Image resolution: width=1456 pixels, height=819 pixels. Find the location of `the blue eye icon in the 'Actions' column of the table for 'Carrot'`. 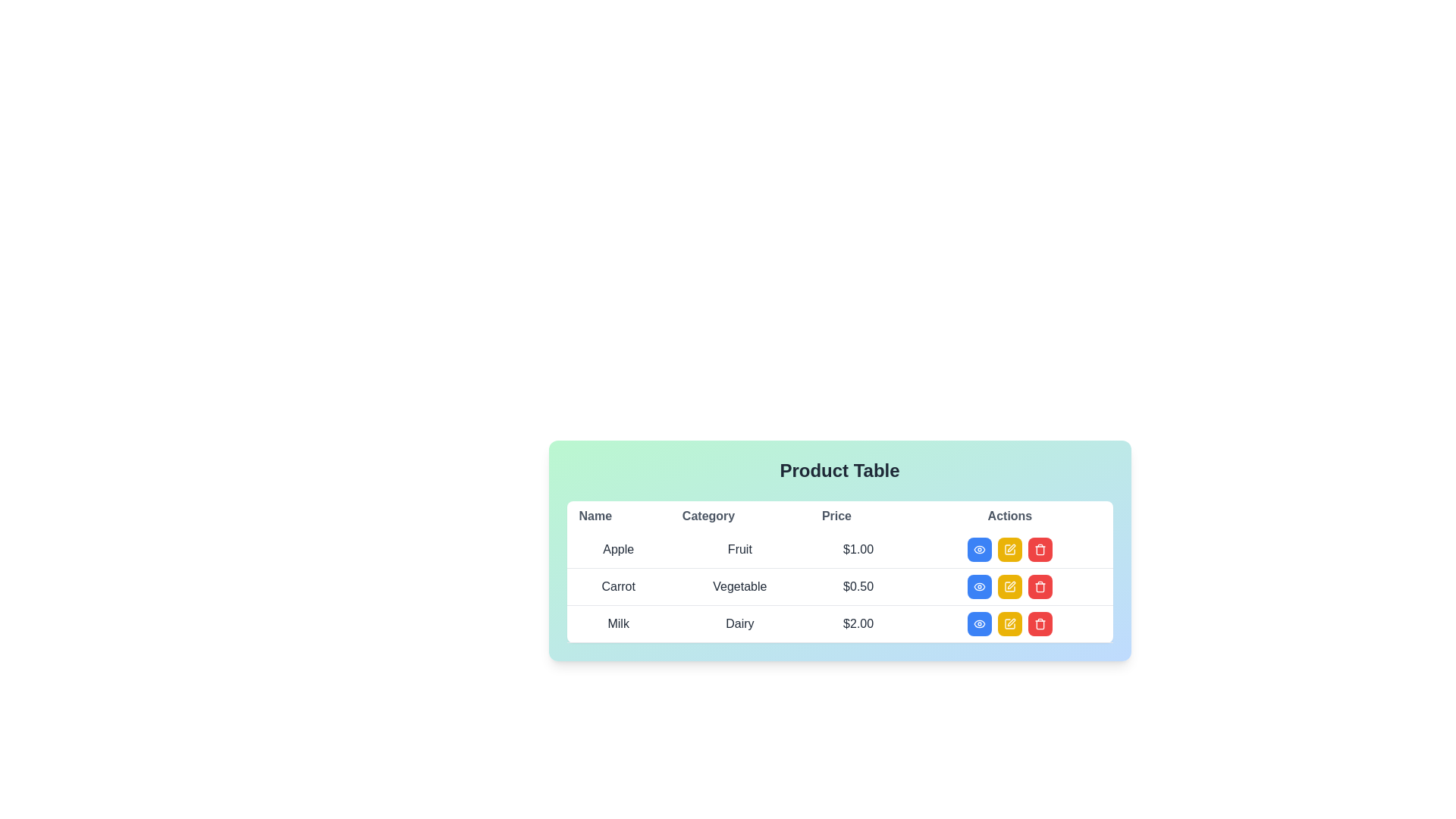

the blue eye icon in the 'Actions' column of the table for 'Carrot' is located at coordinates (979, 586).